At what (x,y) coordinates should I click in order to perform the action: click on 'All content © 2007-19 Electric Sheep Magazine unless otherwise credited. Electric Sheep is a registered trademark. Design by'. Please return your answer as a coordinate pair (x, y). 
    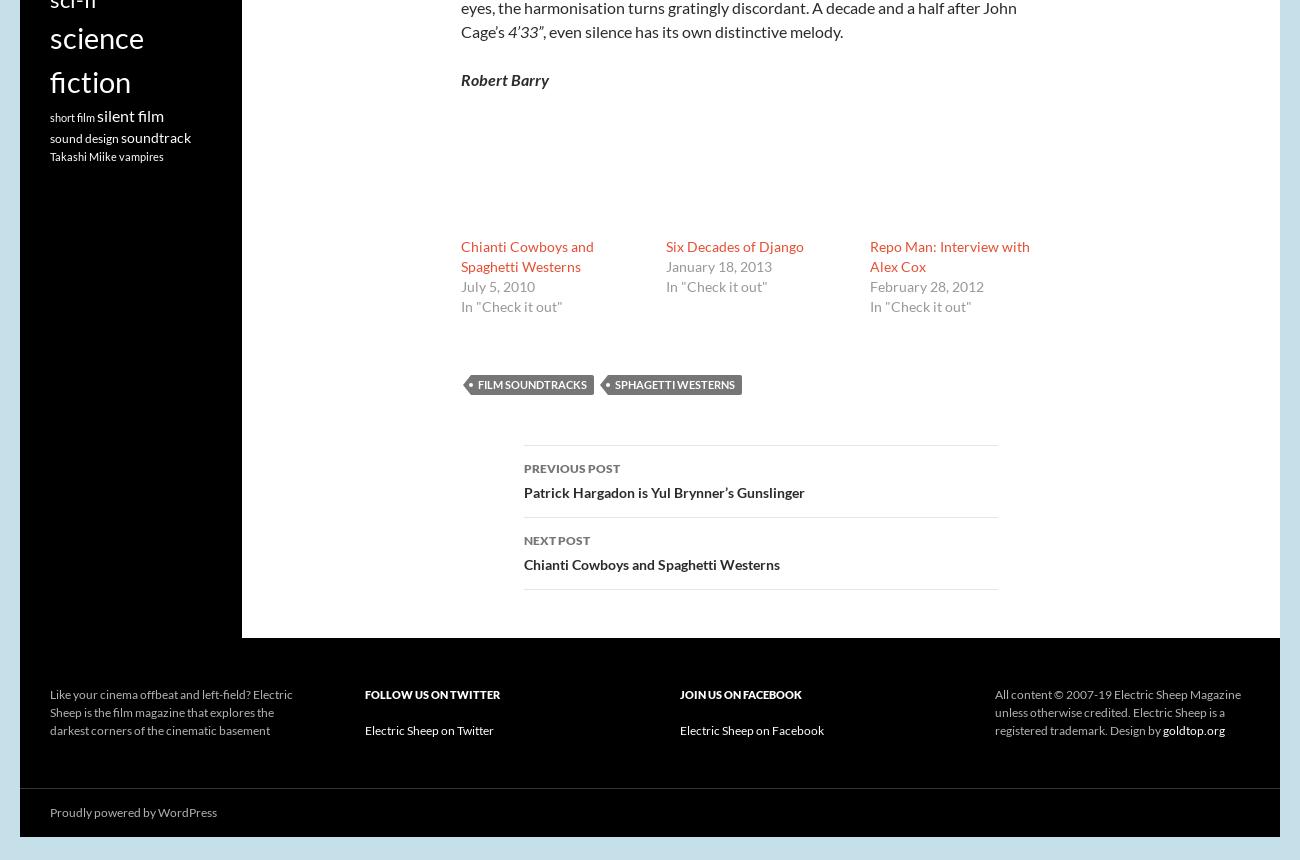
    Looking at the image, I should click on (1117, 711).